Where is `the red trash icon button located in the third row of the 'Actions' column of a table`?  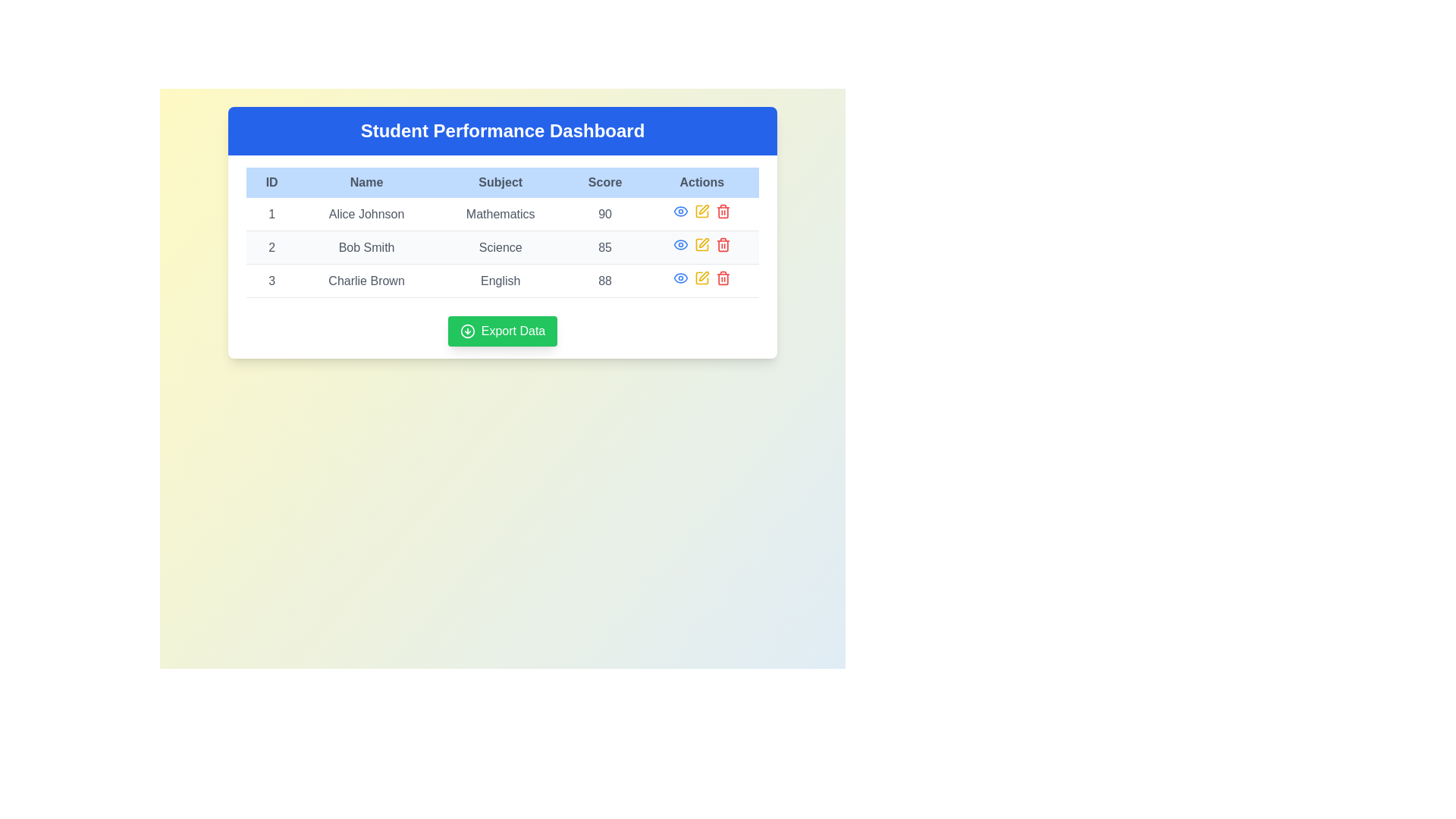
the red trash icon button located in the third row of the 'Actions' column of a table is located at coordinates (722, 211).